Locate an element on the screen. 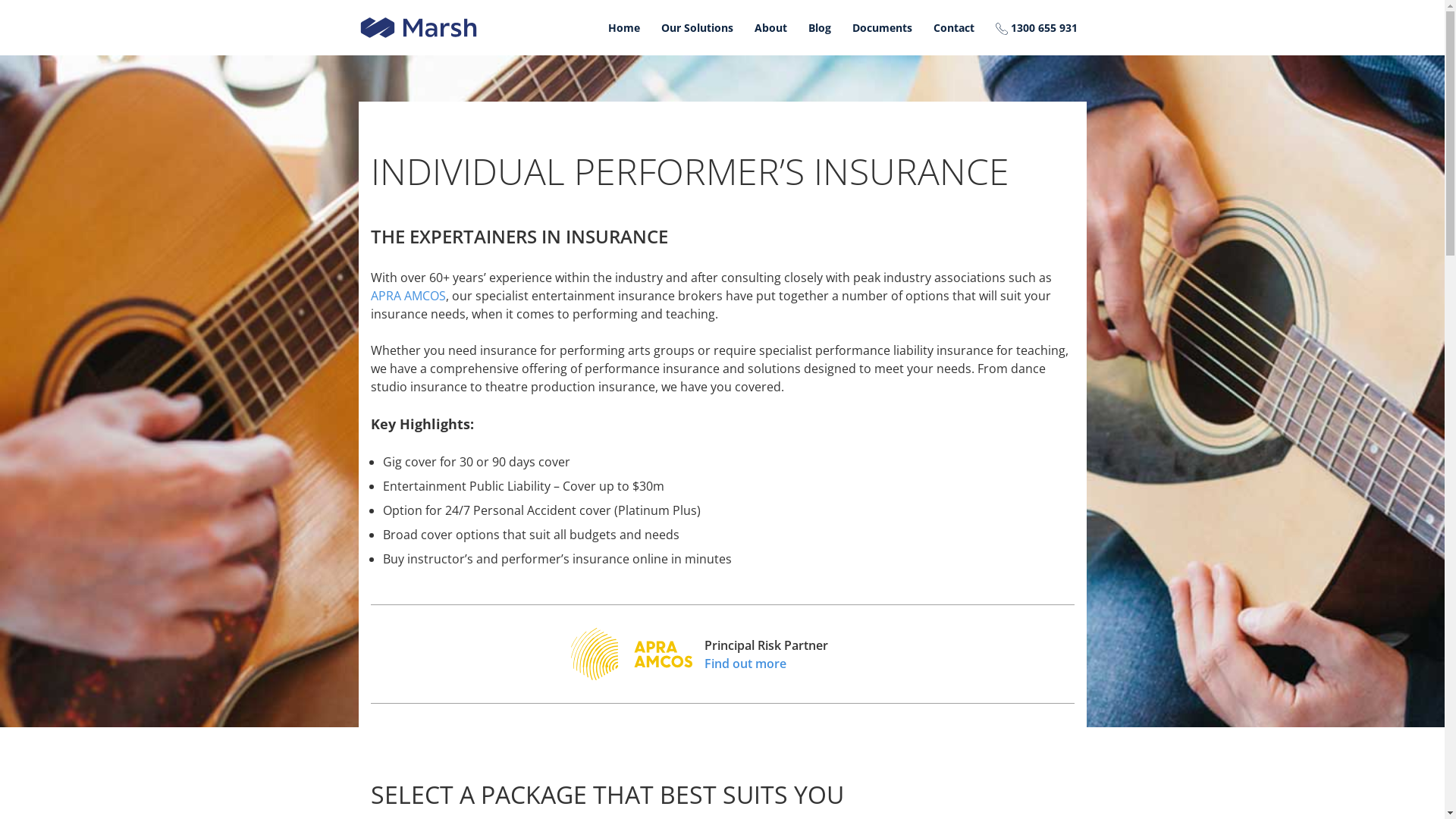 Image resolution: width=1456 pixels, height=819 pixels. 'About' is located at coordinates (770, 28).